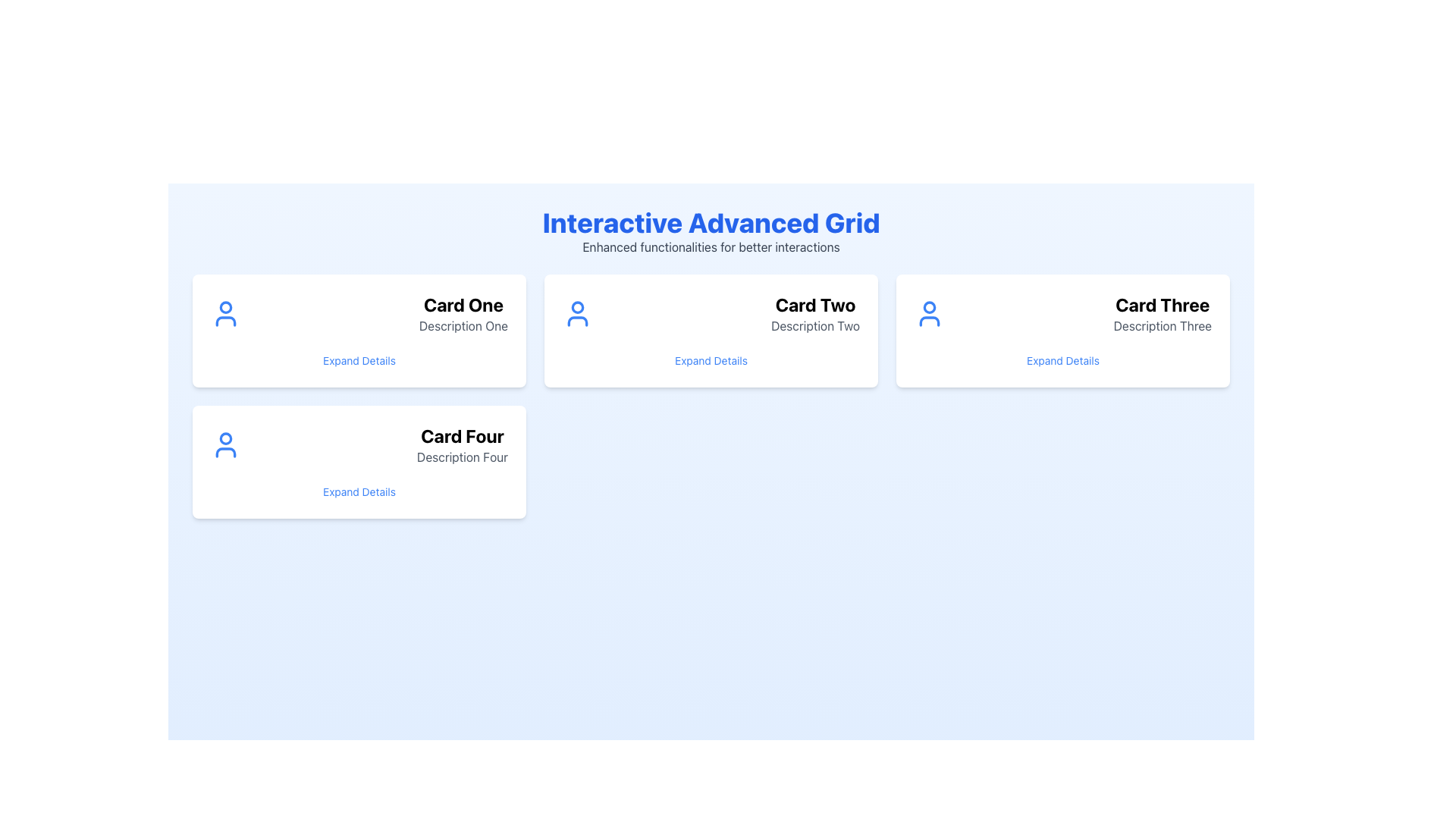 This screenshot has width=1456, height=819. What do you see at coordinates (1062, 360) in the screenshot?
I see `the blue-colored, underlined text link labeled 'Expand Details' located at the bottom of 'Card Three' under 'Description Three'` at bounding box center [1062, 360].